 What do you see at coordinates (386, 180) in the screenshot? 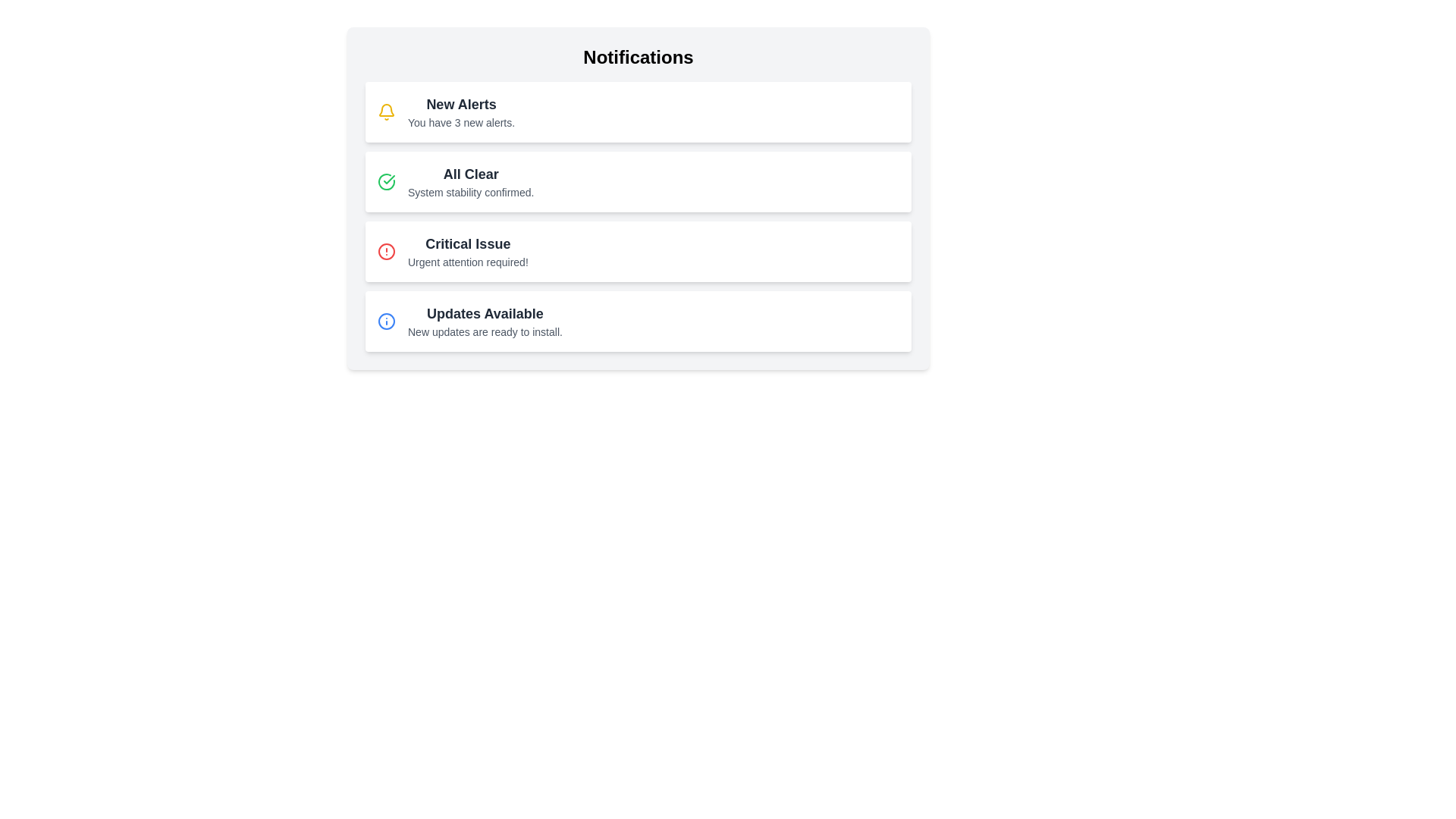
I see `the icon indicating the successful status of the notification message 'All Clear' by moving the cursor to its center point` at bounding box center [386, 180].